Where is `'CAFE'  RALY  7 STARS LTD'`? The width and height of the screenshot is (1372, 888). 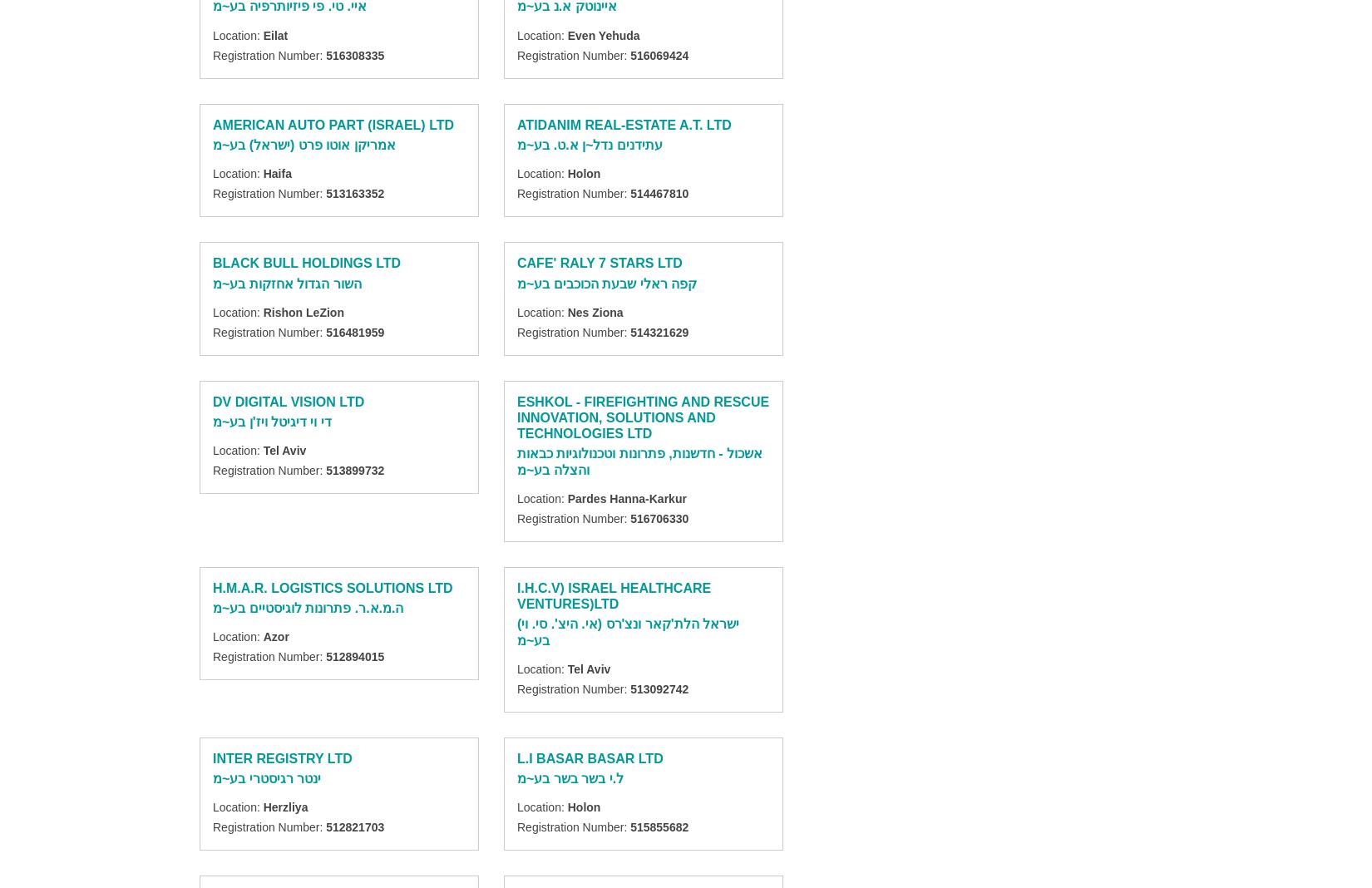 'CAFE'  RALY  7 STARS LTD' is located at coordinates (599, 262).